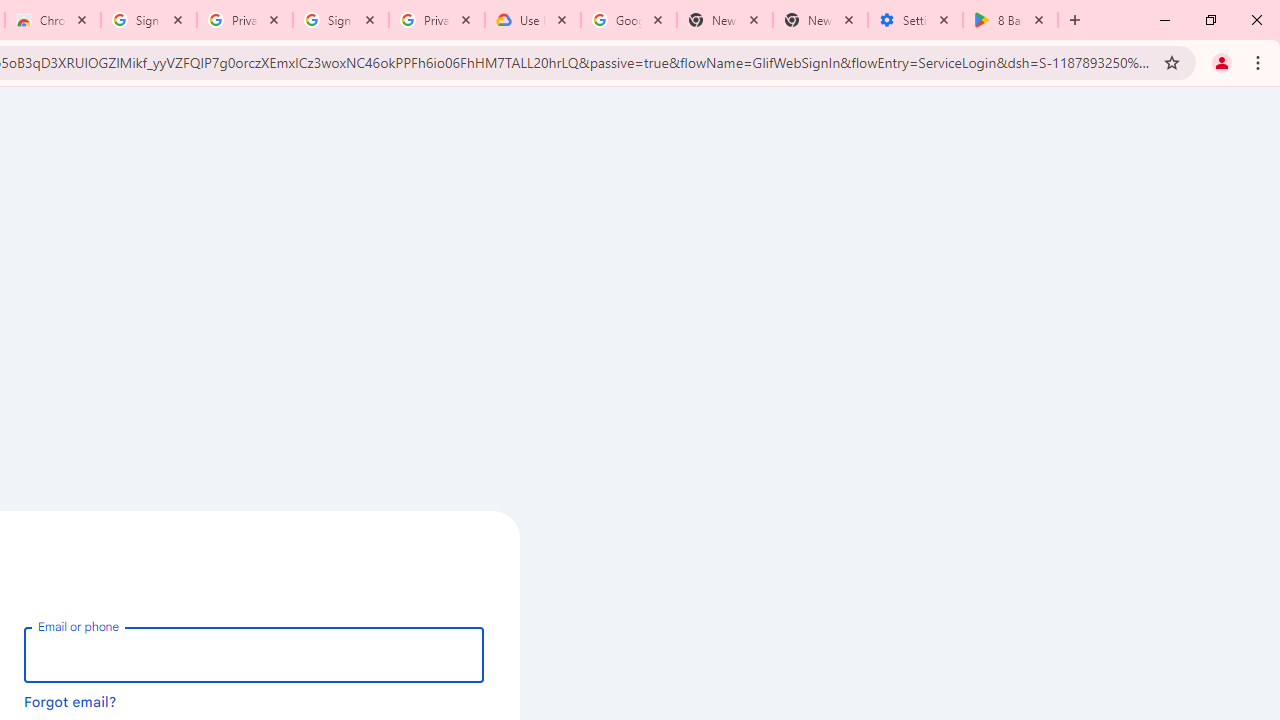  Describe the element at coordinates (820, 20) in the screenshot. I see `'New Tab'` at that location.